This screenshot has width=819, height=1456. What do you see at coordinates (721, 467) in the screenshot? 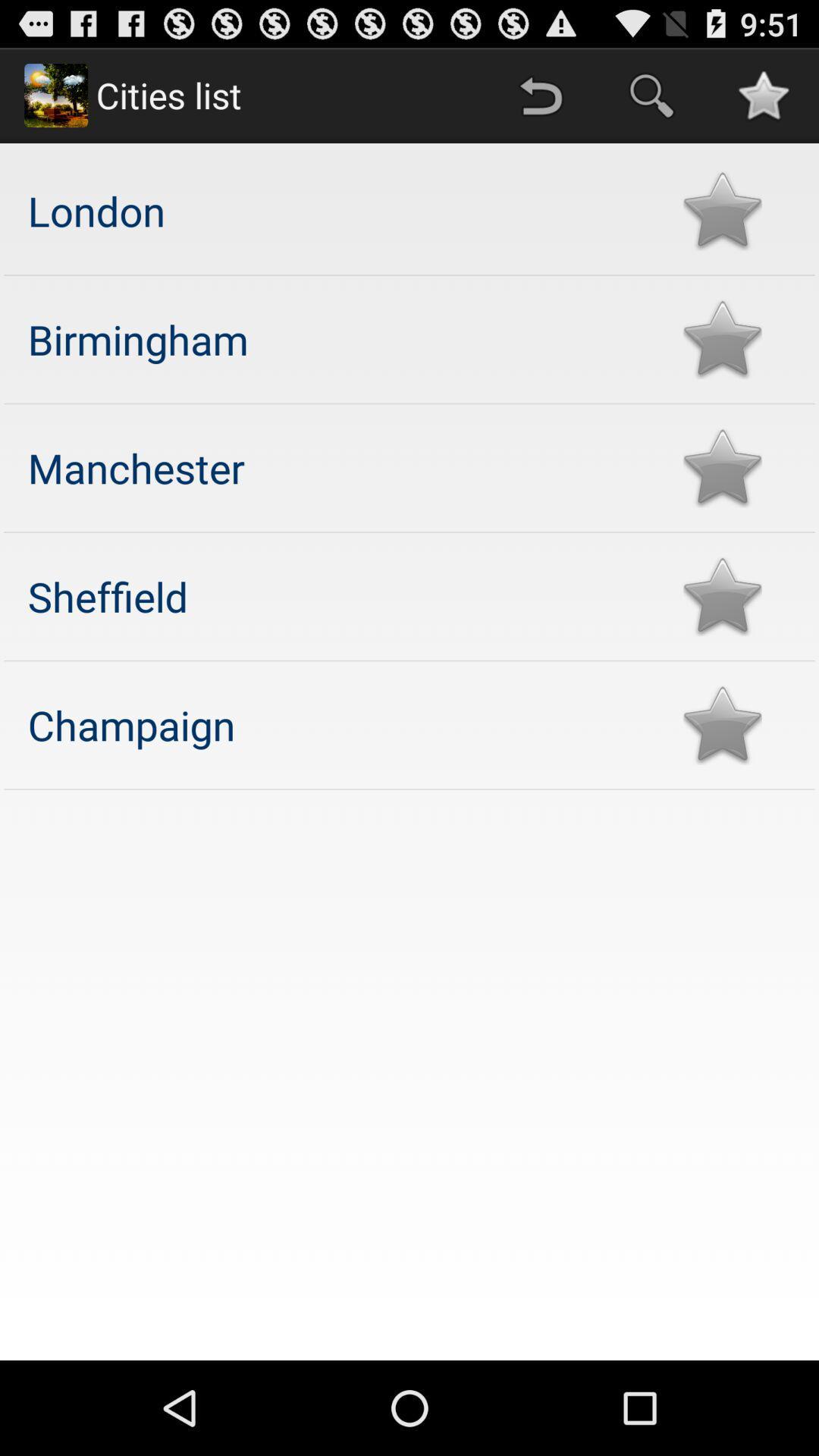
I see `bookmark city` at bounding box center [721, 467].